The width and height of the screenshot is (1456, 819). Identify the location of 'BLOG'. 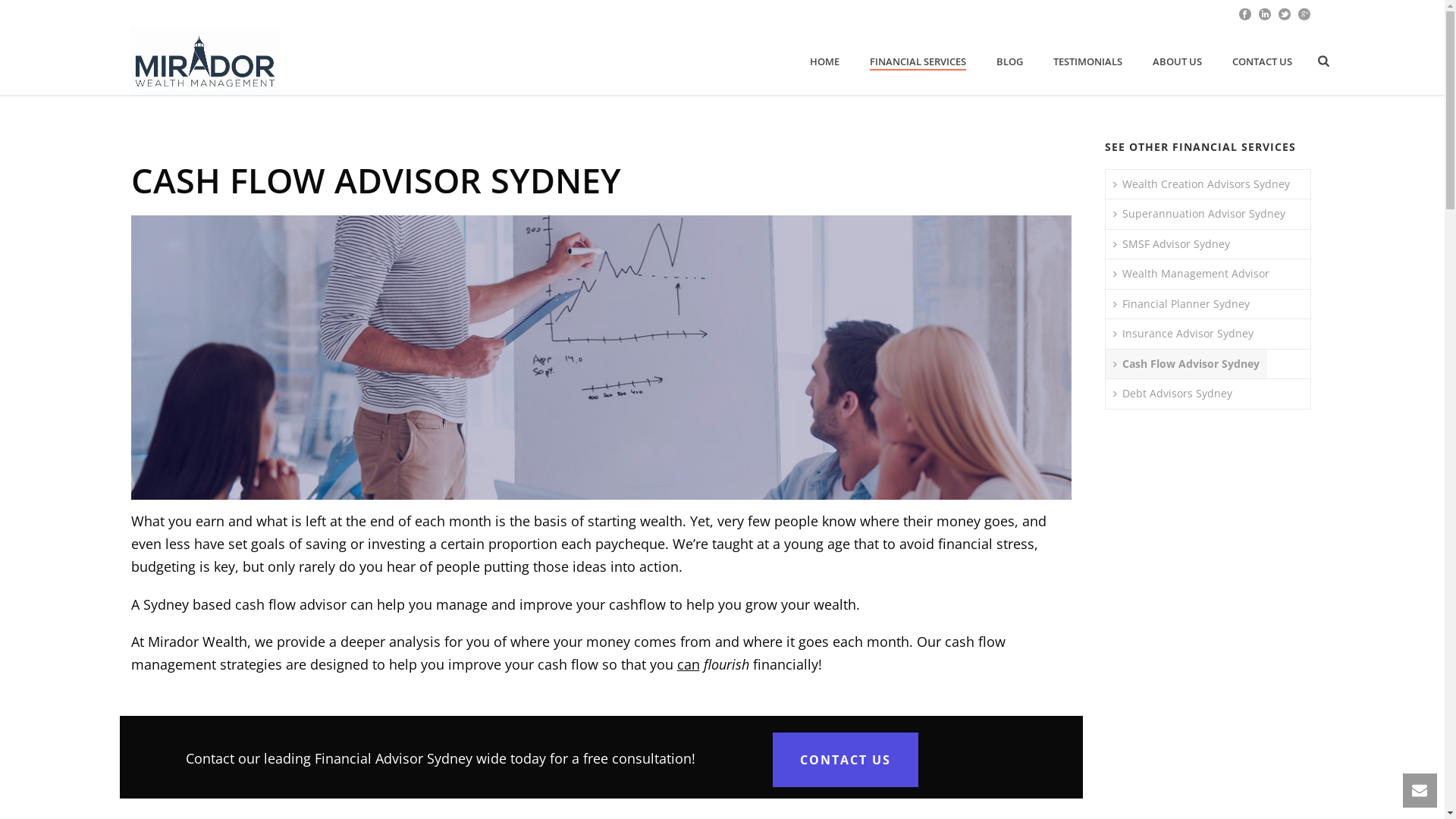
(1009, 61).